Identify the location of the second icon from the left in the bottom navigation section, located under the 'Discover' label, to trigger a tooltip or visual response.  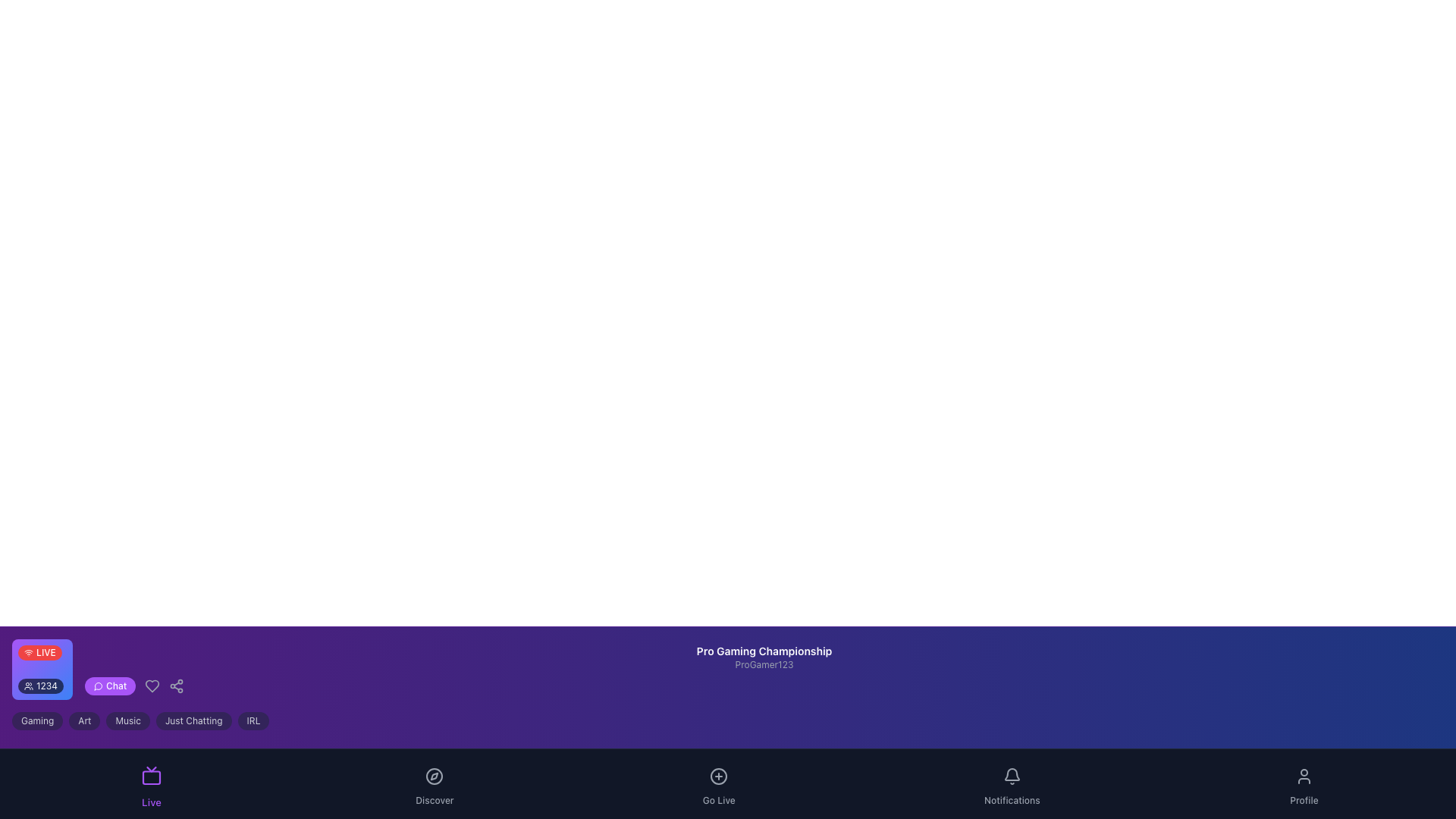
(434, 776).